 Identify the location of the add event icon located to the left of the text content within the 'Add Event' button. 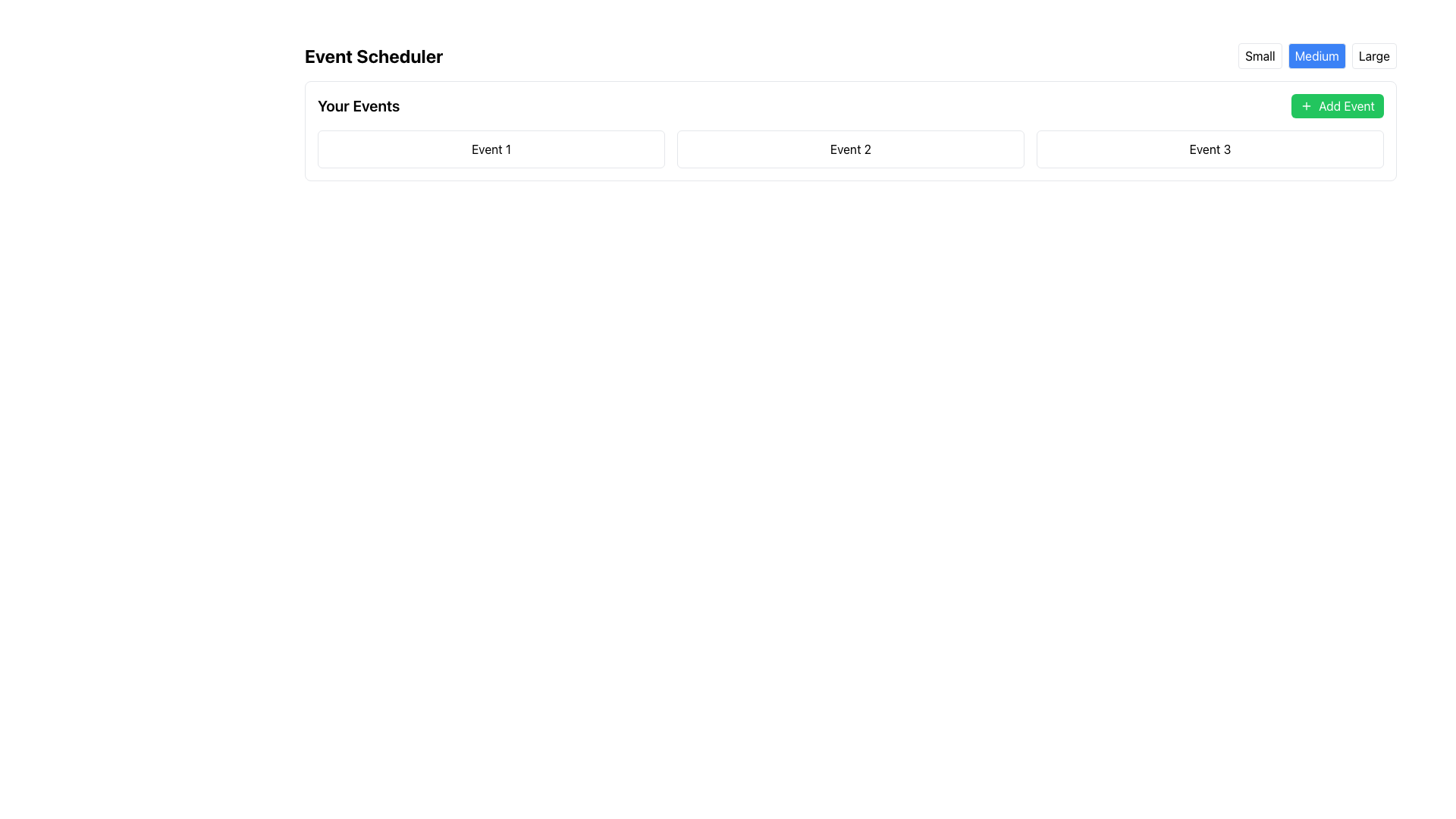
(1306, 105).